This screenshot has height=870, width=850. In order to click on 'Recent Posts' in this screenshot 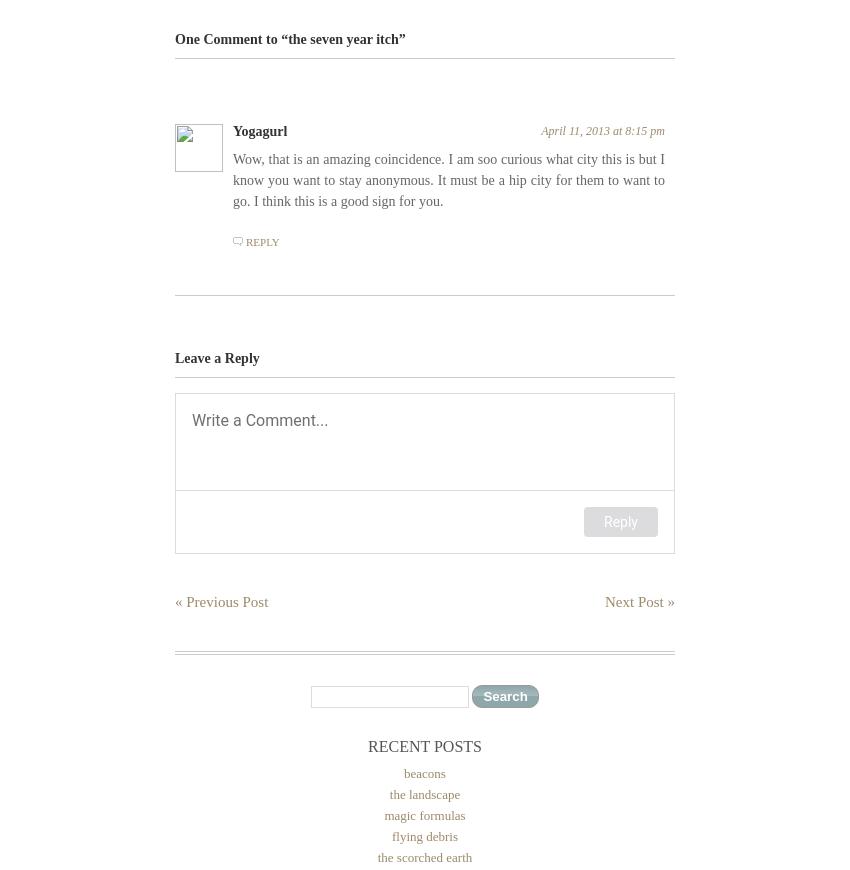, I will do `click(424, 746)`.